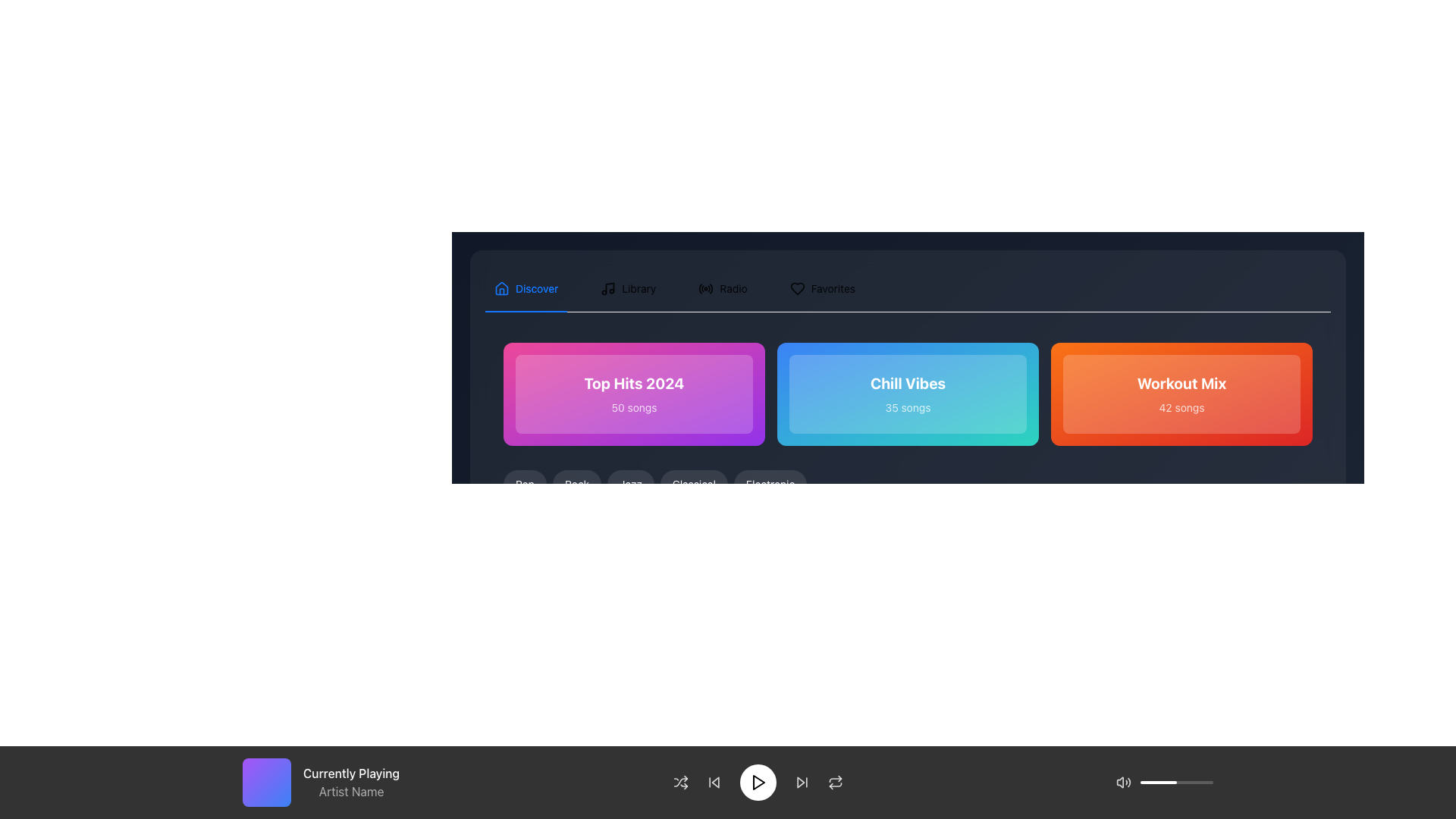 This screenshot has width=1456, height=819. I want to click on the sound control button located in the bottom-right corner of the interface to interact with it, so click(1124, 783).